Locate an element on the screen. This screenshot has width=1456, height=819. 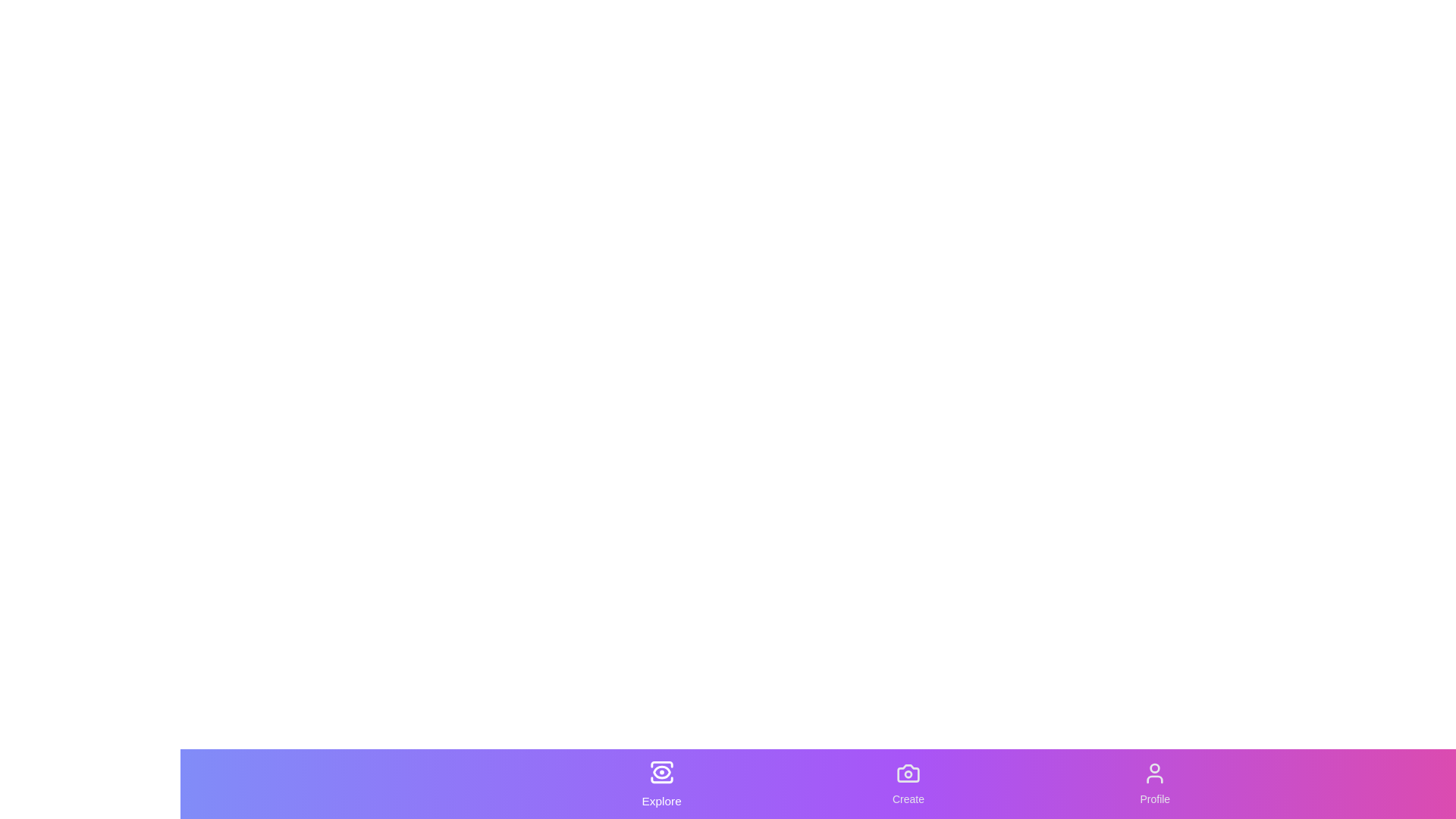
the 'Explore' tab to activate it is located at coordinates (661, 783).